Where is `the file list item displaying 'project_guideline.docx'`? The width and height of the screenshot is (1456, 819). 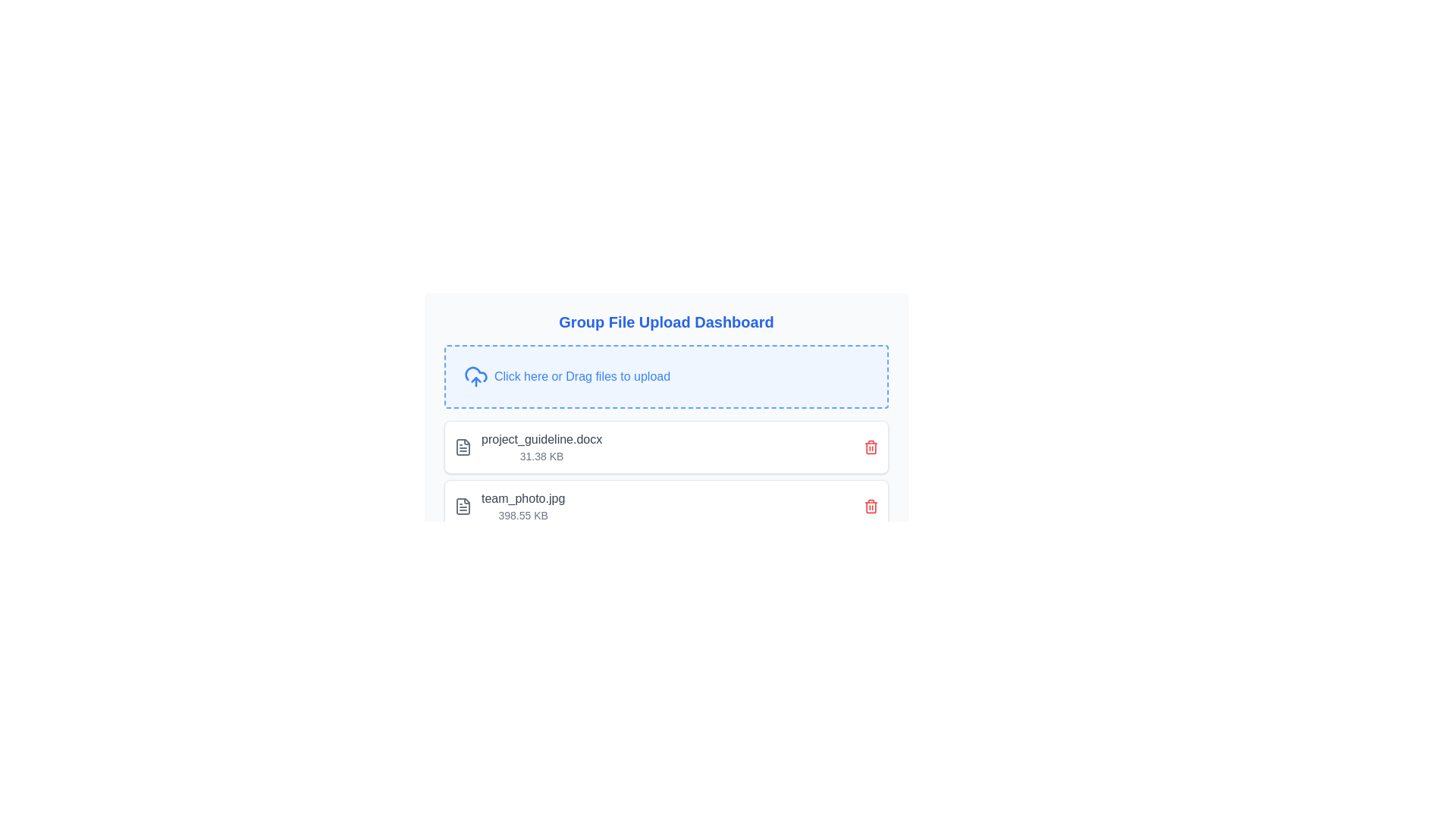
the file list item displaying 'project_guideline.docx' is located at coordinates (528, 447).